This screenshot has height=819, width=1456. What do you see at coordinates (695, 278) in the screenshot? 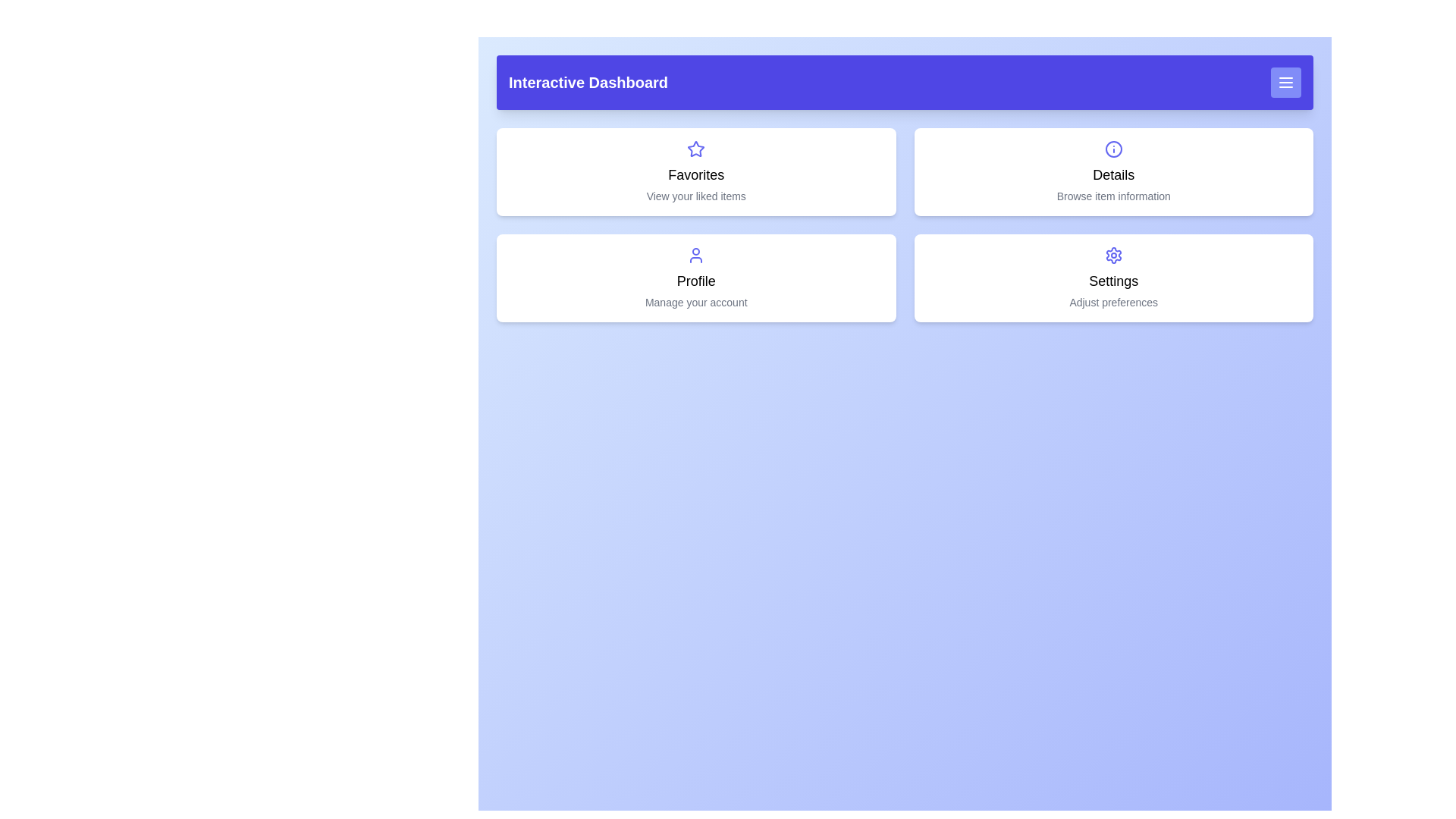
I see `the 'Profile' card to manage account settings` at bounding box center [695, 278].